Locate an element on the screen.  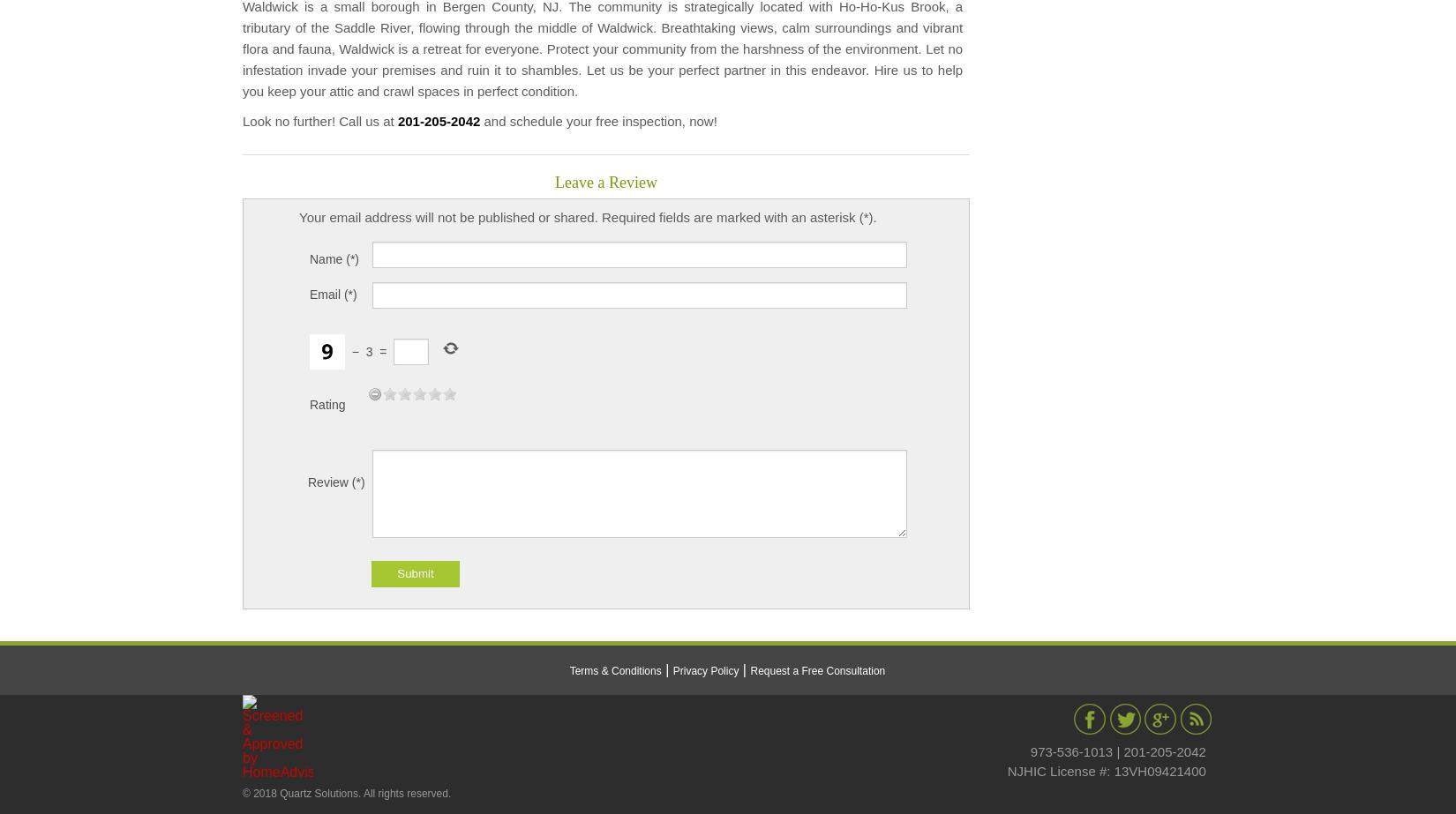
'Privacy Policy' is located at coordinates (671, 668).